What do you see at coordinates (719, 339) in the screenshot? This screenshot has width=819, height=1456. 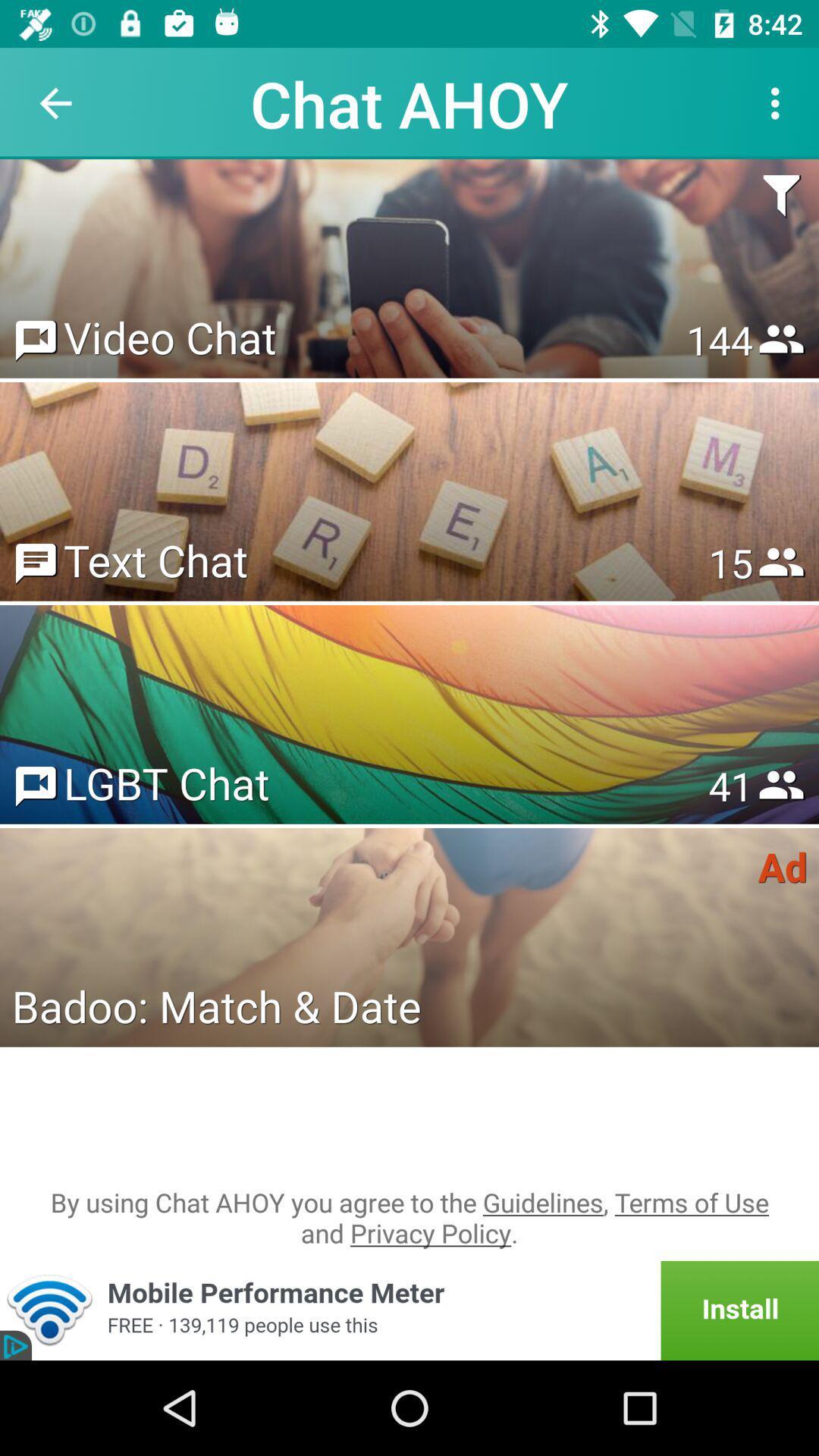 I see `item next to video chat` at bounding box center [719, 339].